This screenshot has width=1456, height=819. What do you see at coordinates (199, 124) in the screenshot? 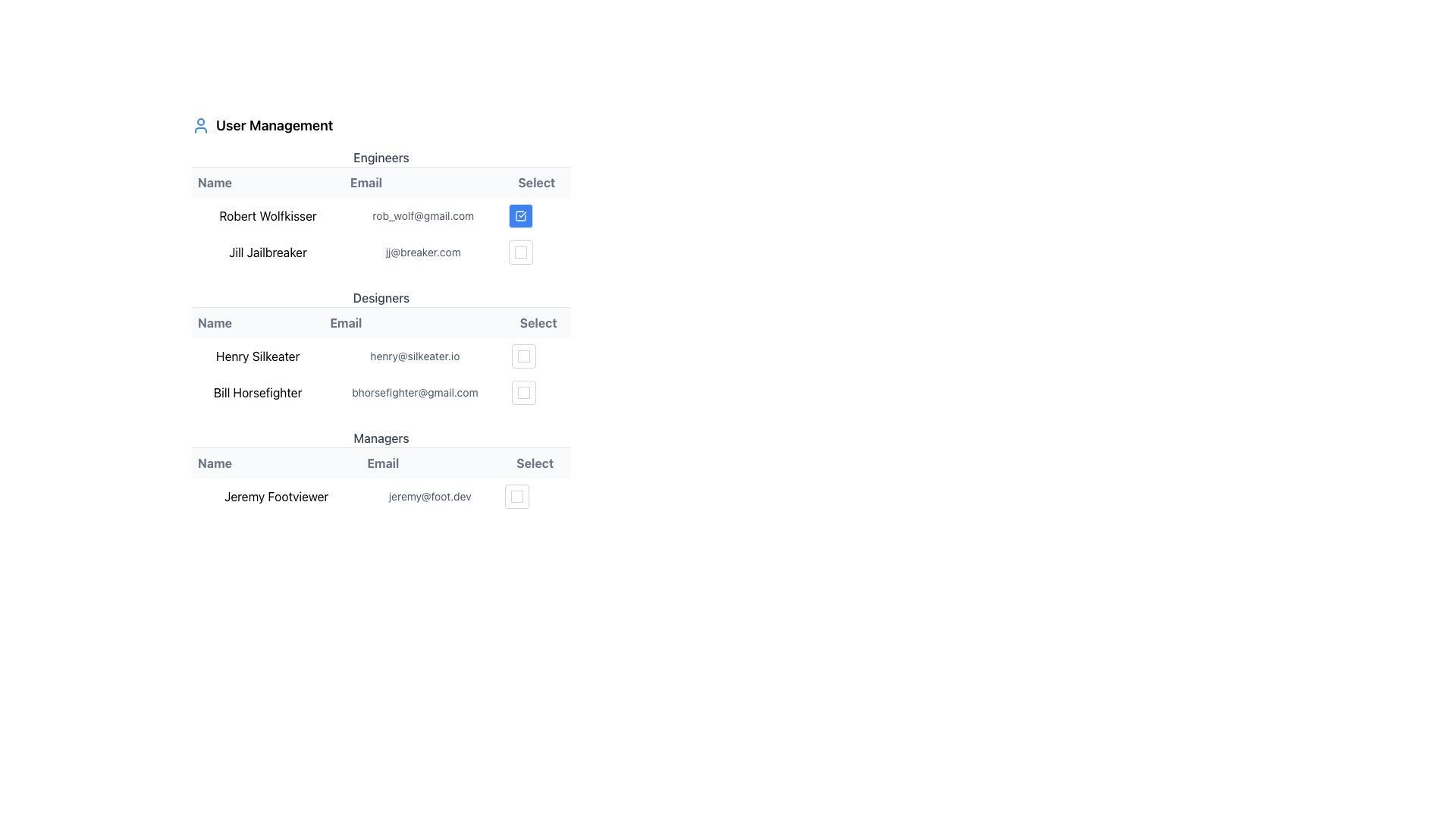
I see `the decorative user icon located at the top left corner adjacent to the 'User Management' text` at bounding box center [199, 124].